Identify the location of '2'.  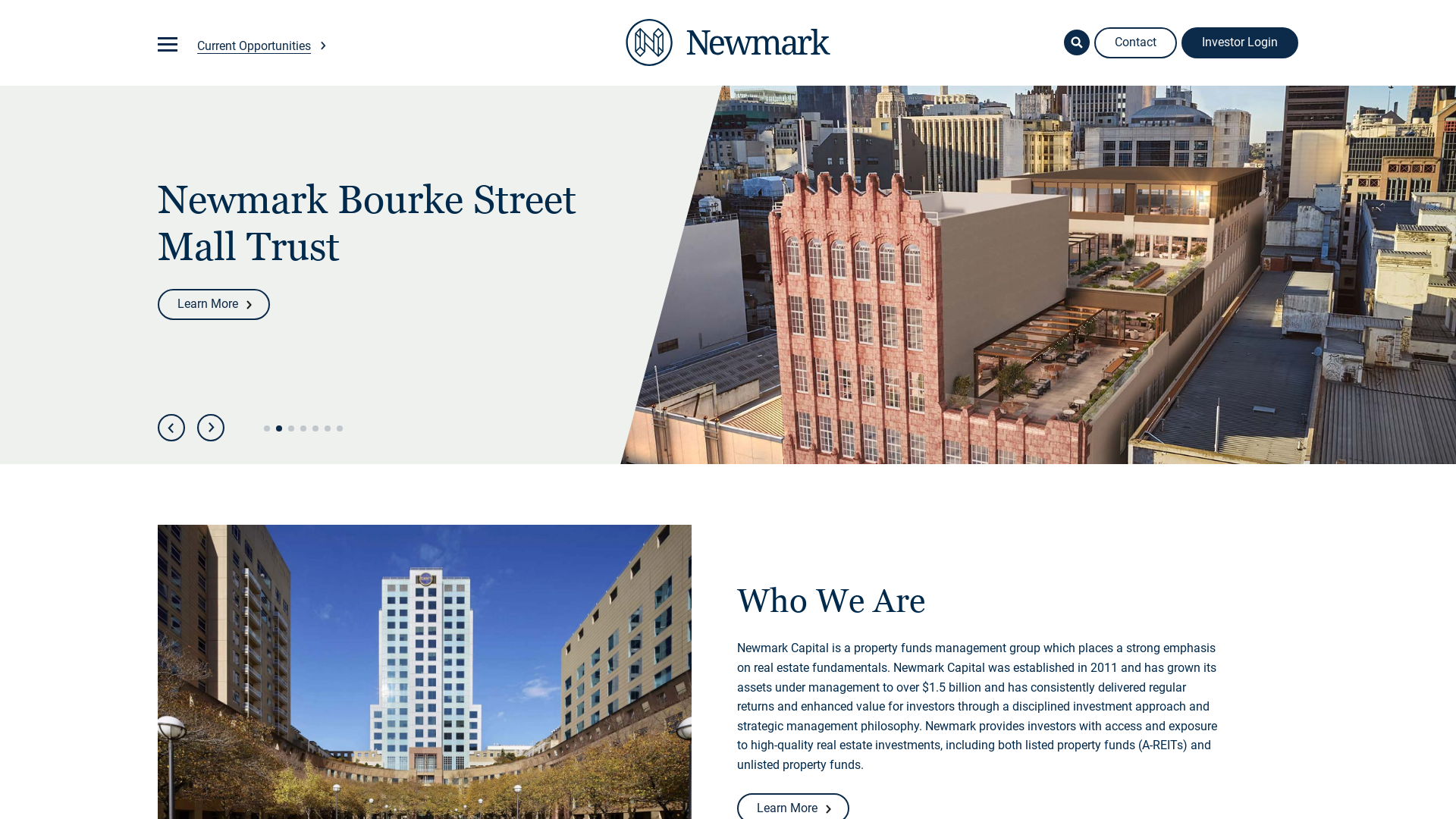
(280, 426).